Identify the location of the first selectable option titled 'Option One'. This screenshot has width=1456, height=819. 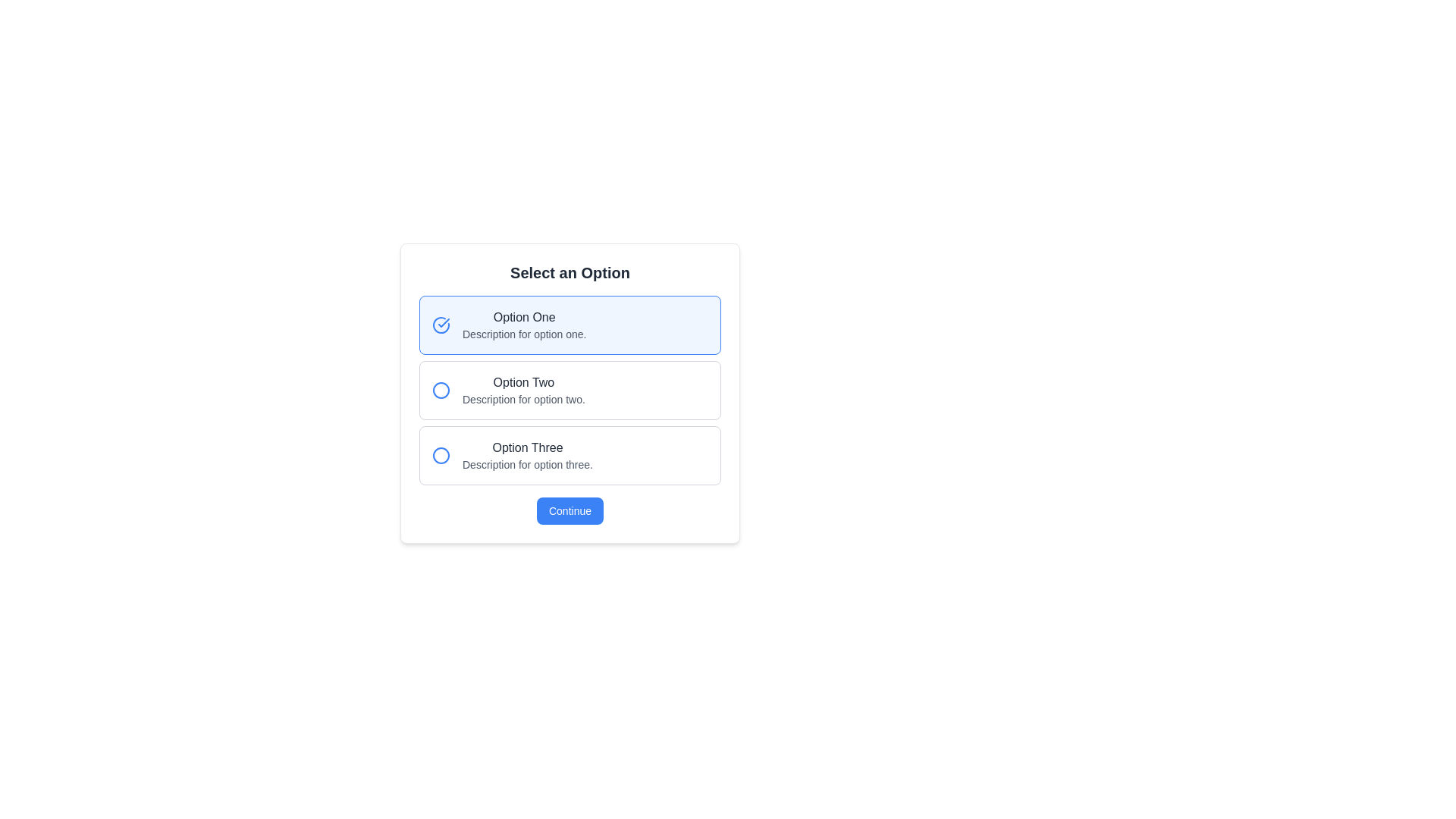
(524, 324).